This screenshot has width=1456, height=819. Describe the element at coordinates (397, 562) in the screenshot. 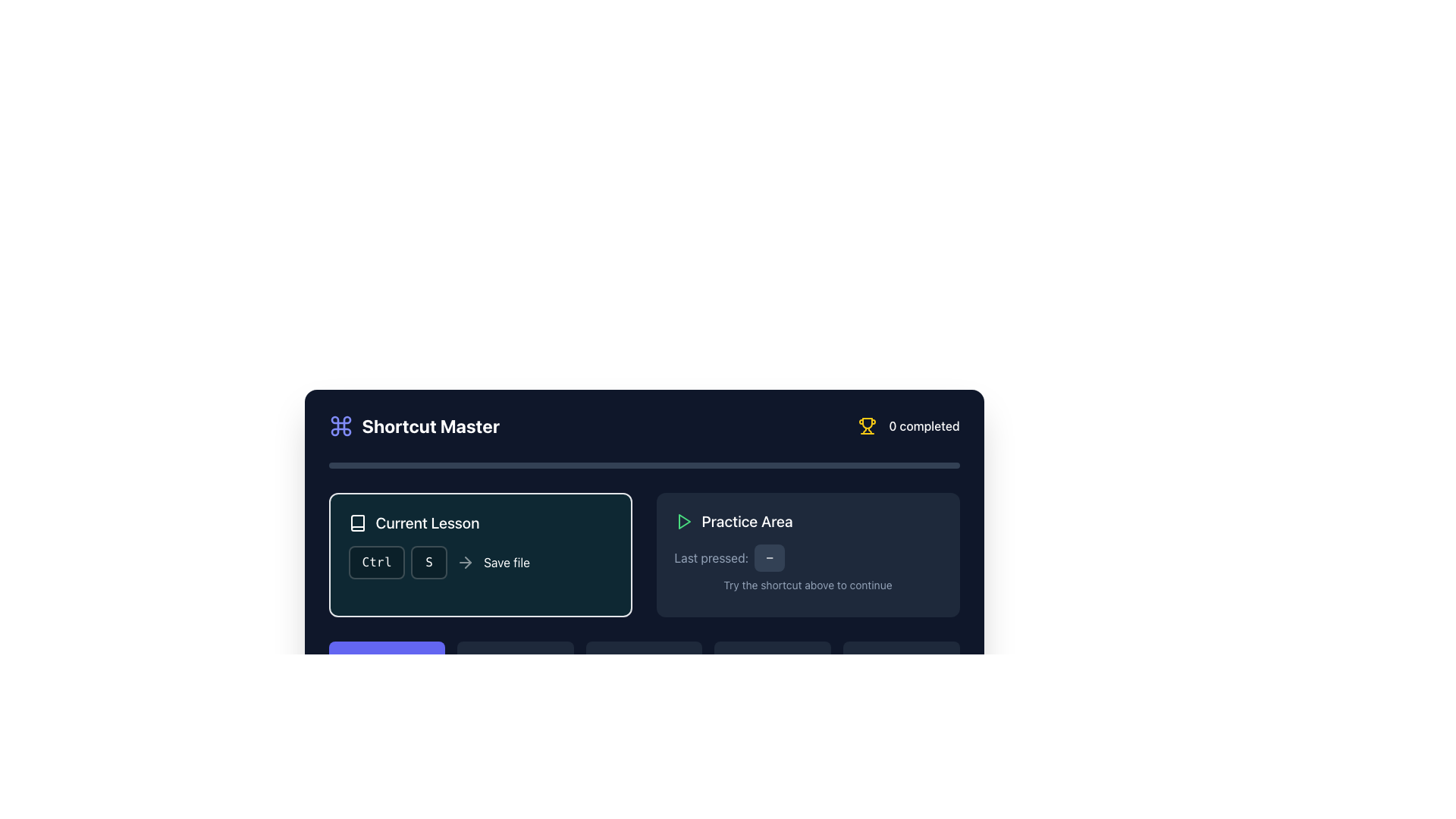

I see `text 'Ctrl S' from the compound text label styled to resemble keyboard keys, which is centrally located within the 'Current Lesson' card` at that location.